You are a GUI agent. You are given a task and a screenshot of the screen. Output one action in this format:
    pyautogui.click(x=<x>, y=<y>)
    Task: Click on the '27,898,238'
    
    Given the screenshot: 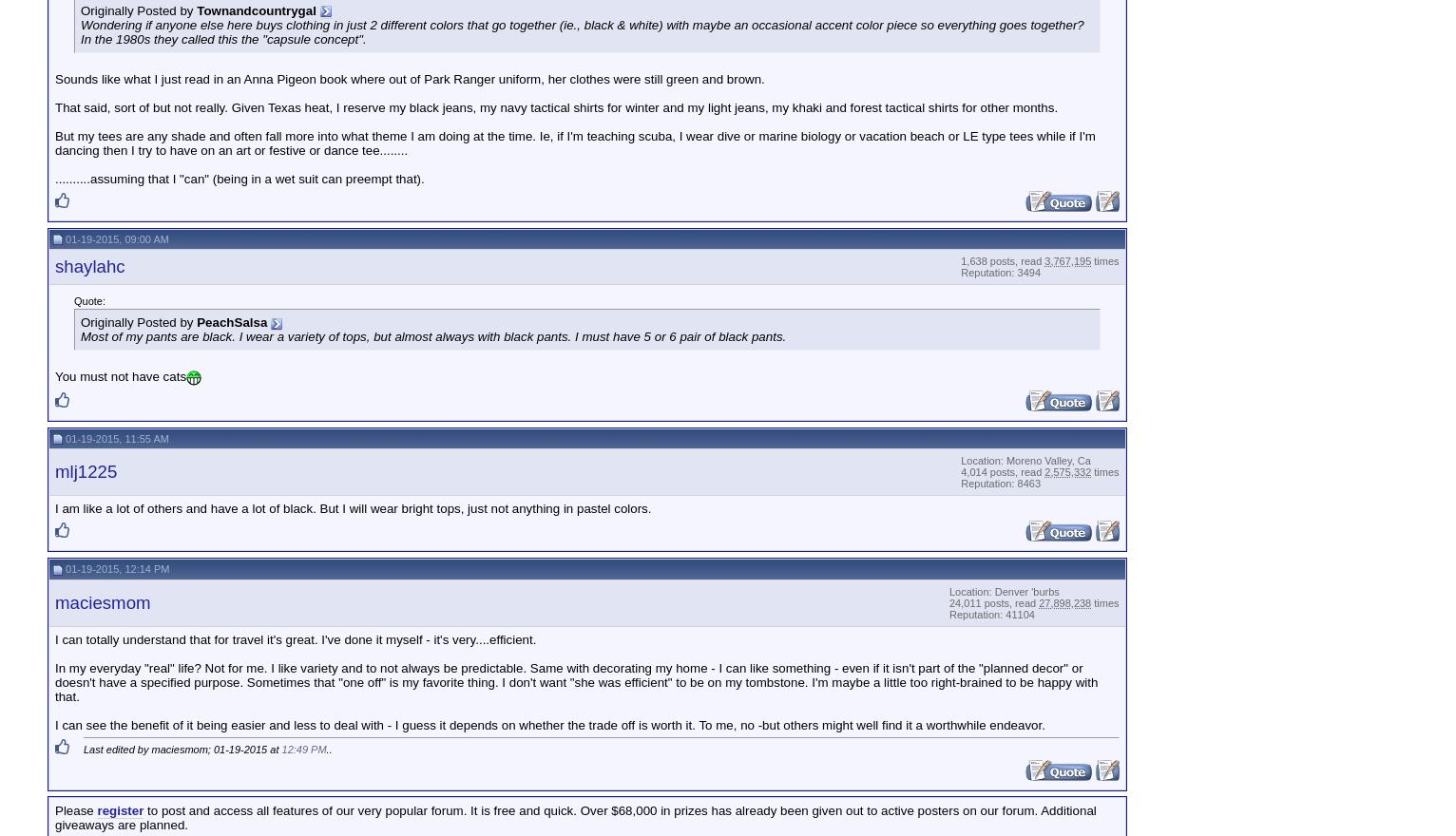 What is the action you would take?
    pyautogui.click(x=1063, y=602)
    